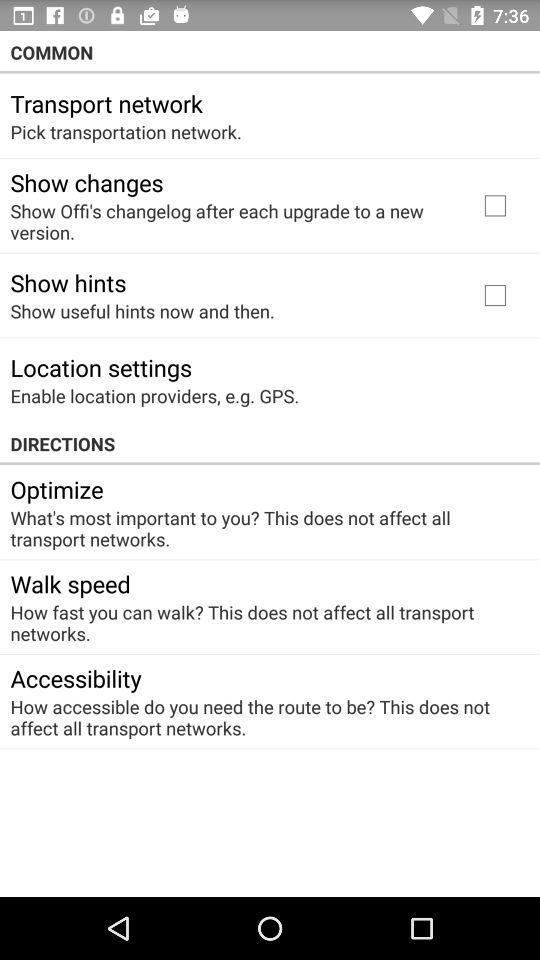  I want to click on the optimize icon, so click(57, 488).